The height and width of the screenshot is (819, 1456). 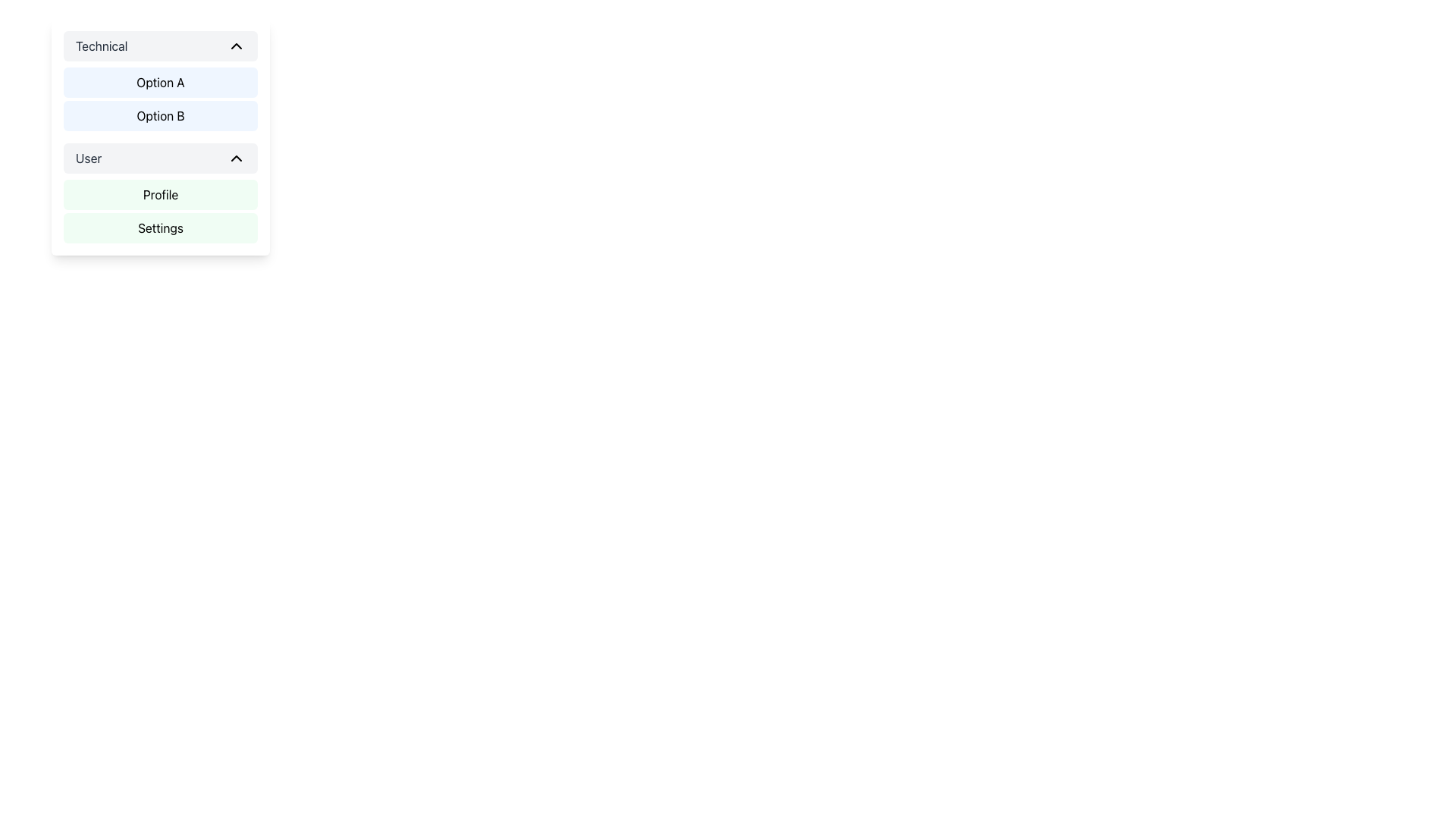 I want to click on the options 'Option A' and 'Option B' in the 'Technical' dropdown menu, so click(x=160, y=81).